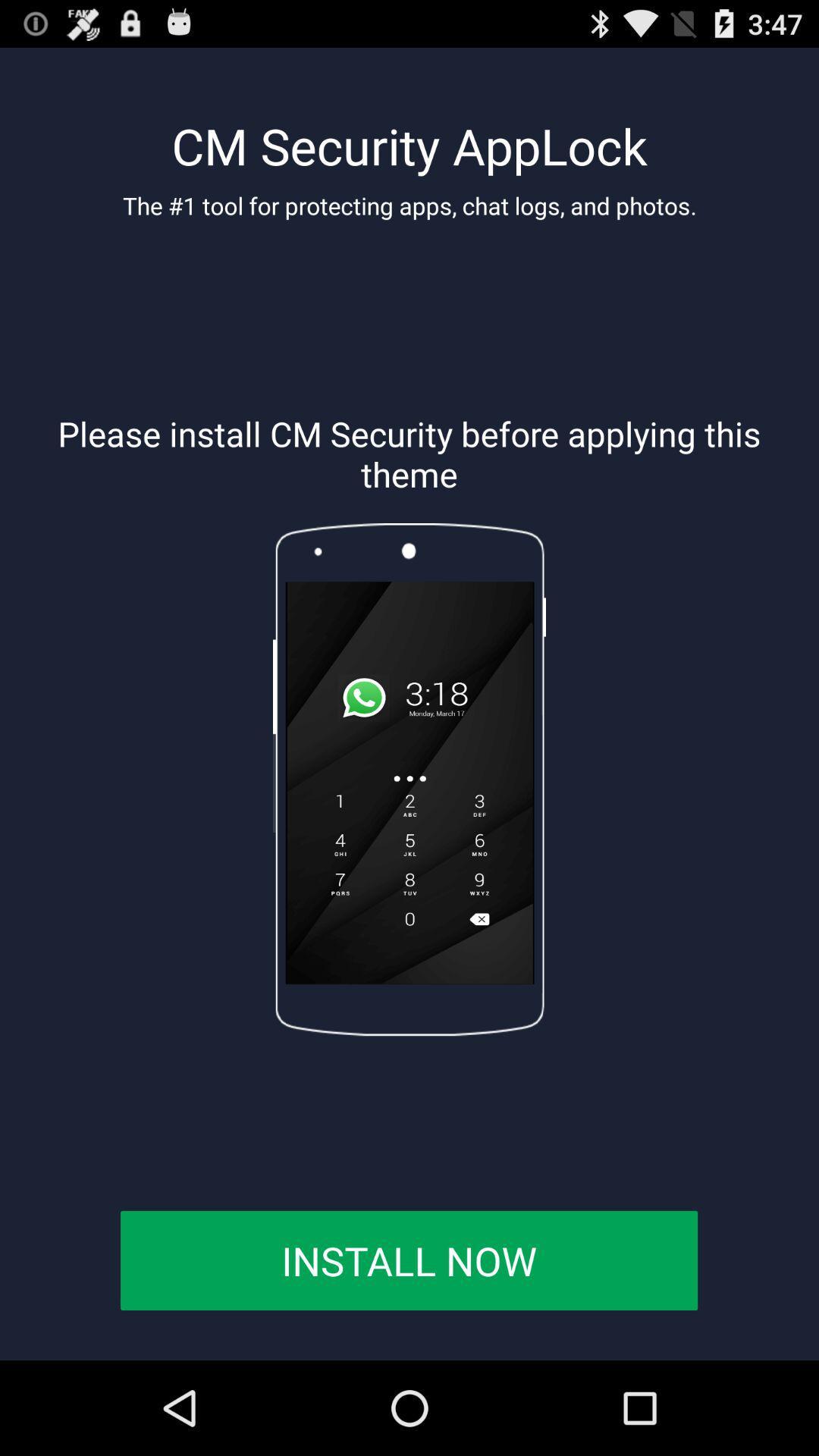 The width and height of the screenshot is (819, 1456). I want to click on the button at the bottom, so click(408, 1260).